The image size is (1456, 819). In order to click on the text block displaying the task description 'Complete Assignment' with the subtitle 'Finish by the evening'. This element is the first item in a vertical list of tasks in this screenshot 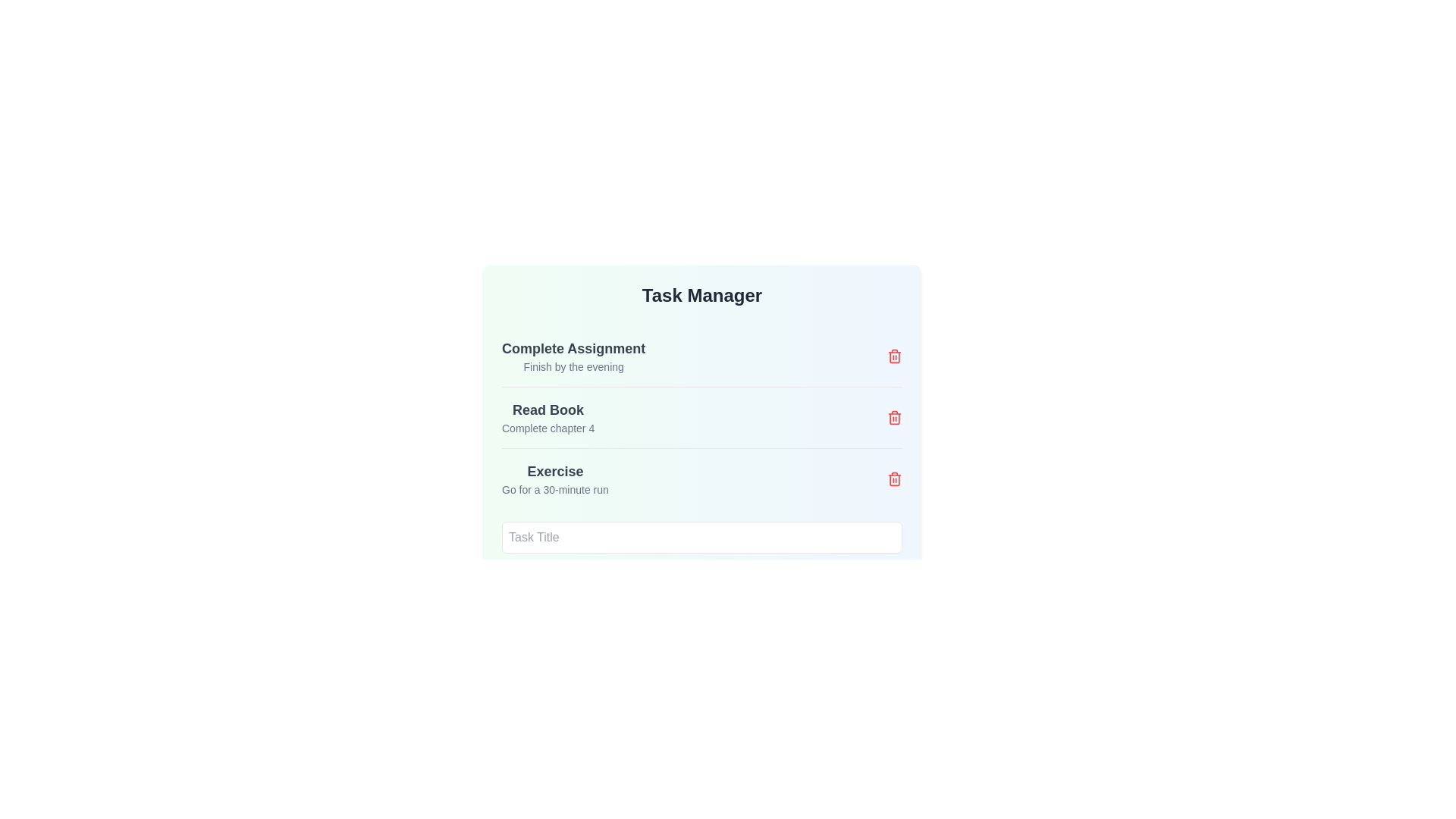, I will do `click(573, 356)`.